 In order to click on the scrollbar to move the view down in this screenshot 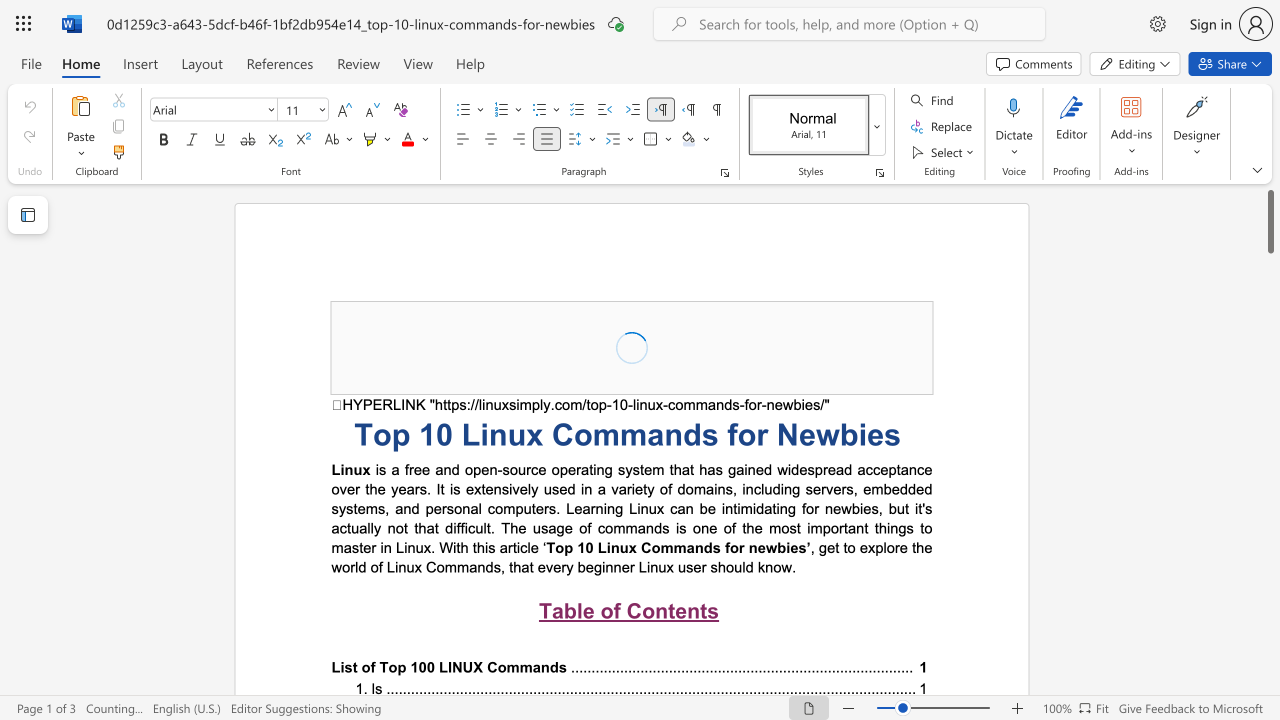, I will do `click(1269, 418)`.